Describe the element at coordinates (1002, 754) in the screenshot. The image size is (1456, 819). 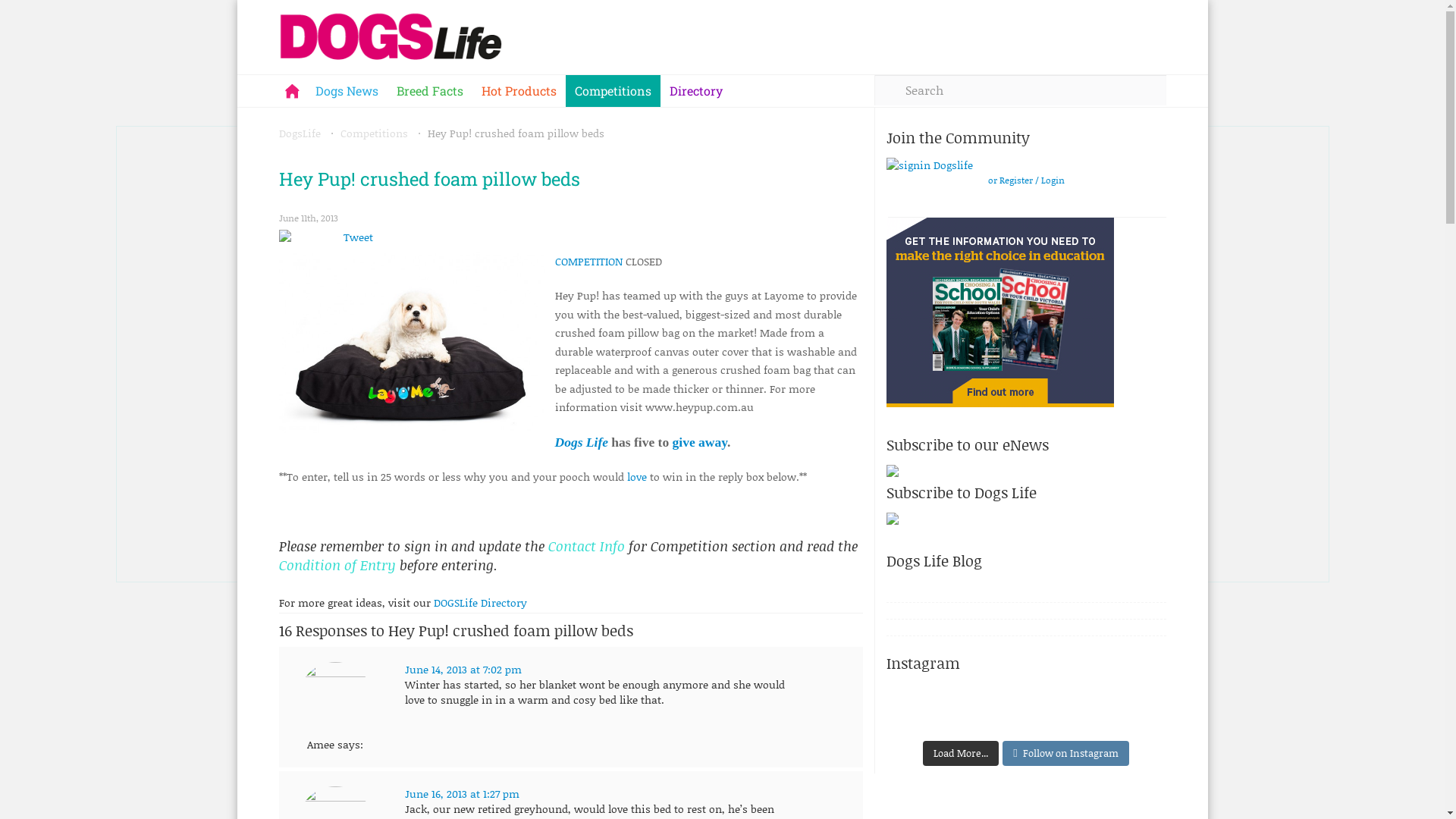
I see `'Follow on Instagram'` at that location.